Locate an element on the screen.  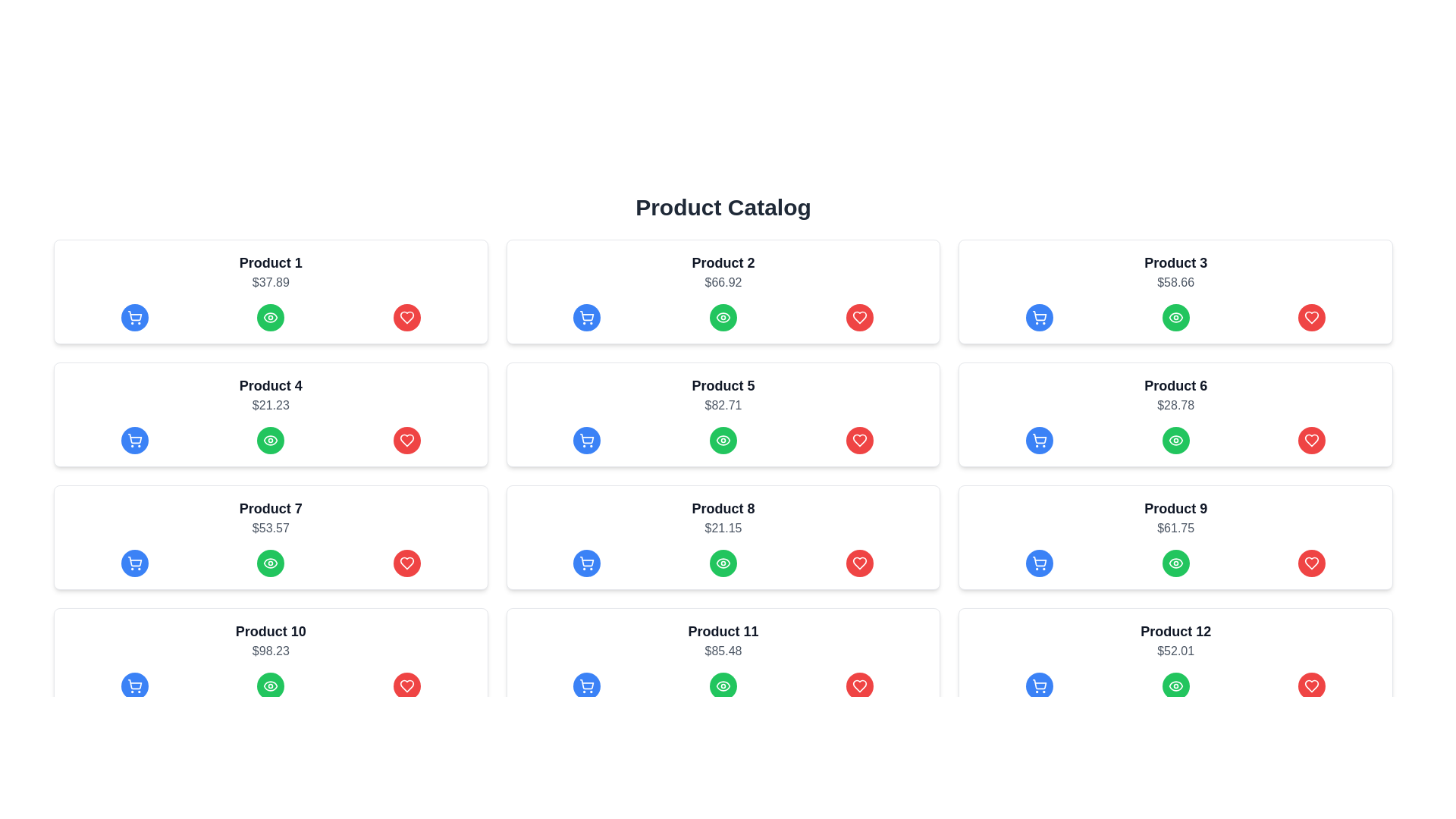
the circular red button with a white heart icon located in the rightmost slot among three buttons for marking the product as a favorite is located at coordinates (859, 317).